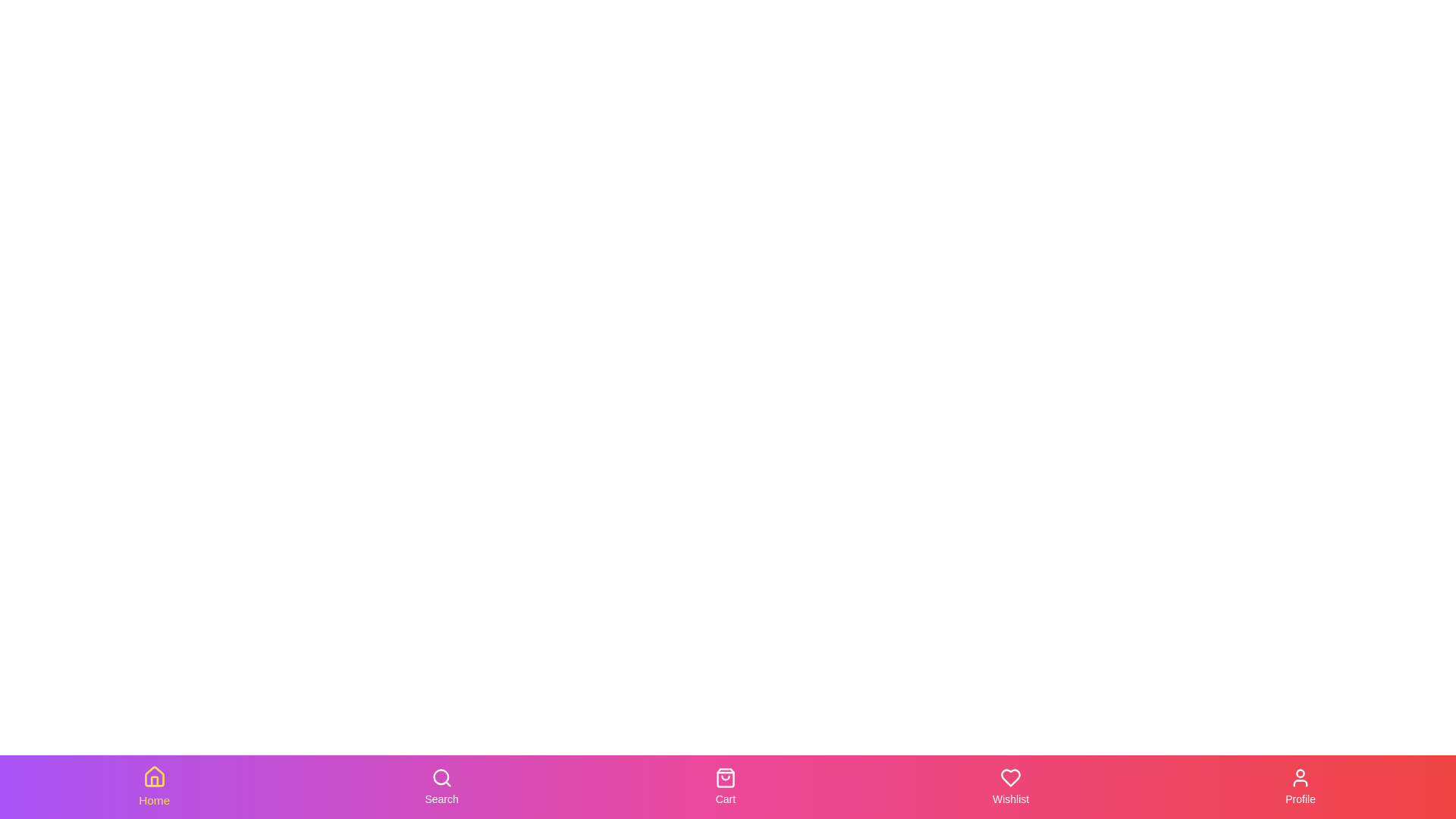 This screenshot has height=819, width=1456. Describe the element at coordinates (441, 786) in the screenshot. I see `the Search tab in the bottom navigation` at that location.